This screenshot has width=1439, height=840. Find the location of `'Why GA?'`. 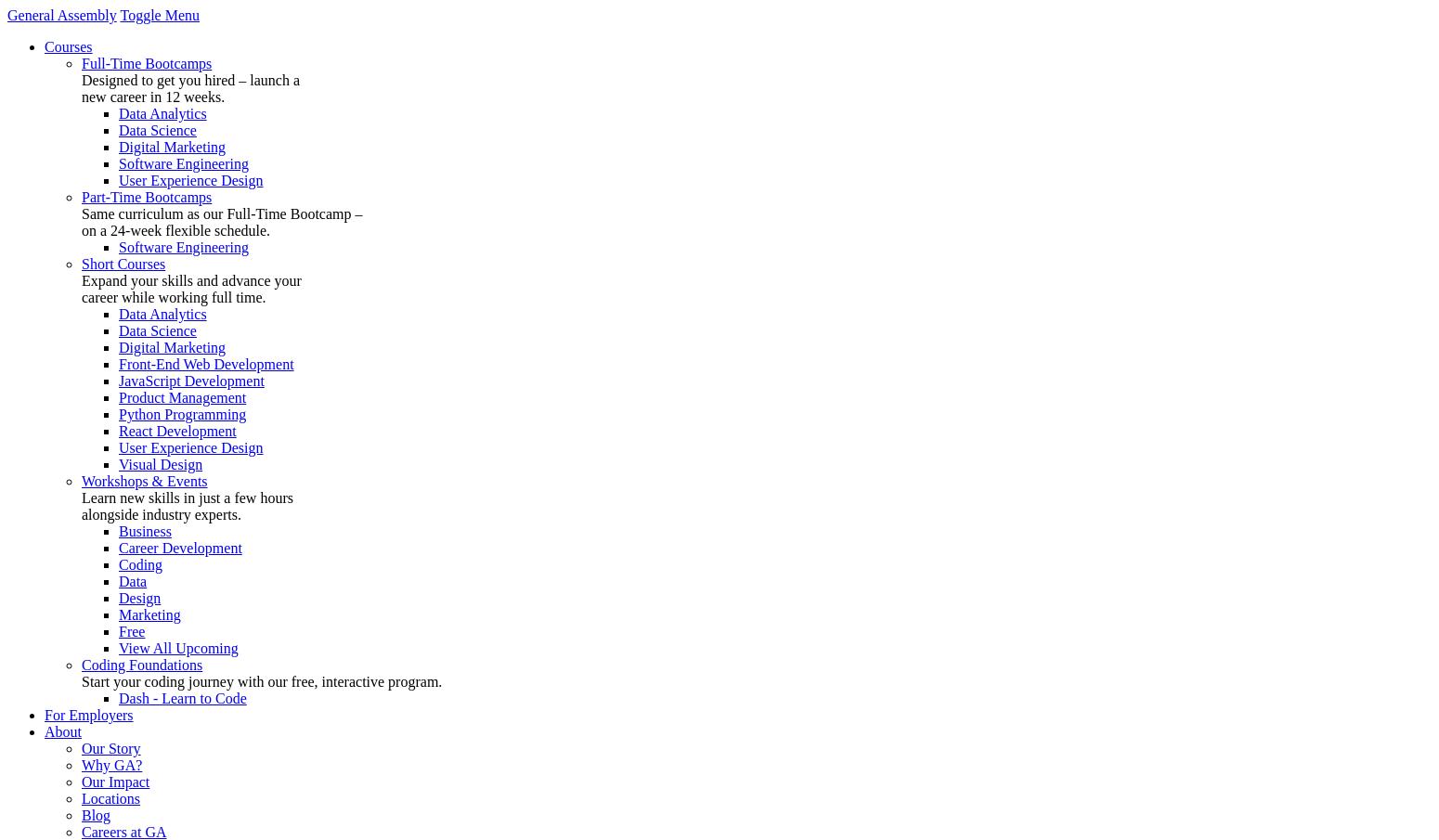

'Why GA?' is located at coordinates (111, 764).